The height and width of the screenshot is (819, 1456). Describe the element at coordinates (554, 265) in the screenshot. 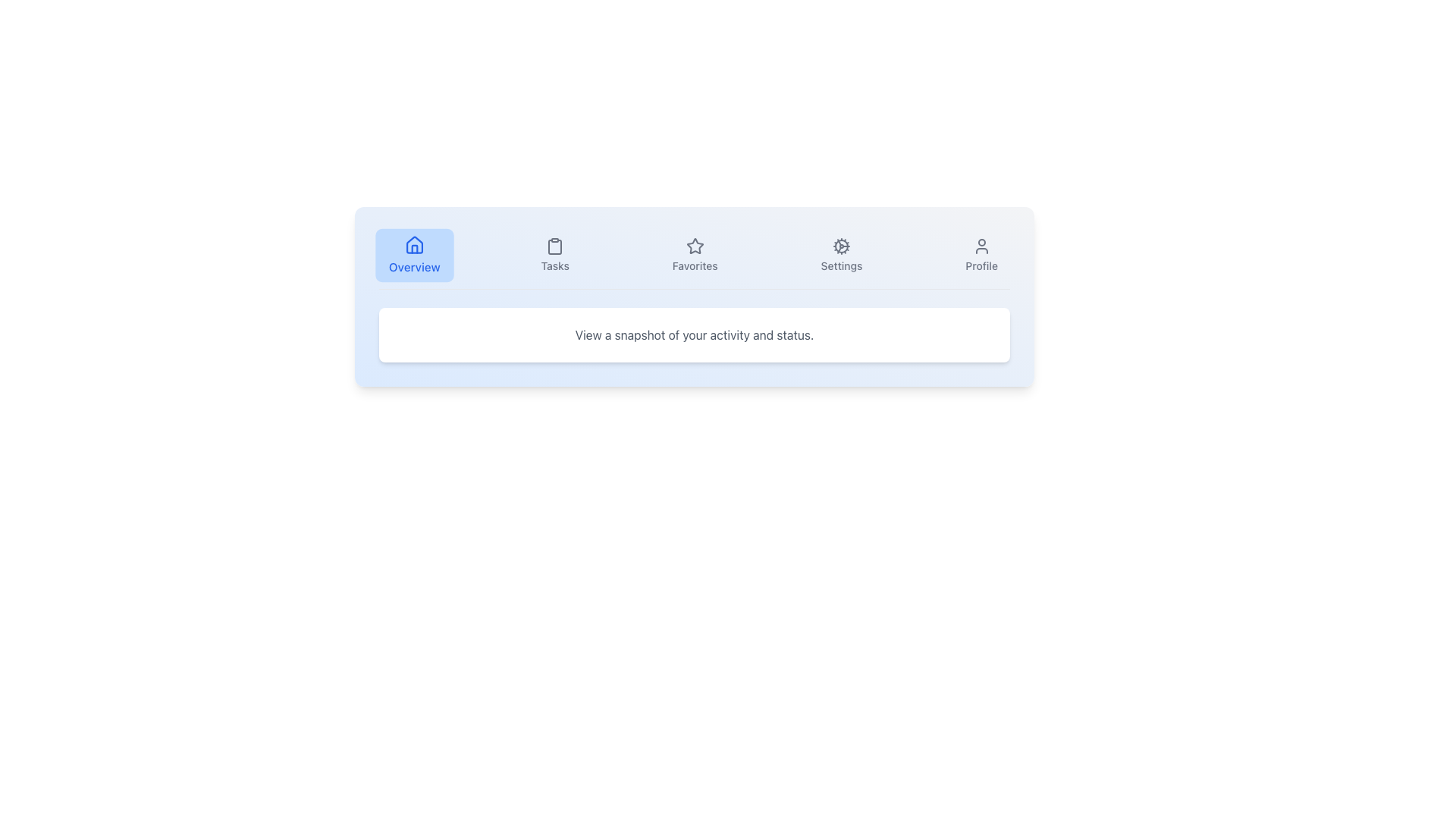

I see `the 'Tasks' text label, which is styled with a modern sans-serif font and positioned below a clipboard icon in the navigation bar` at that location.